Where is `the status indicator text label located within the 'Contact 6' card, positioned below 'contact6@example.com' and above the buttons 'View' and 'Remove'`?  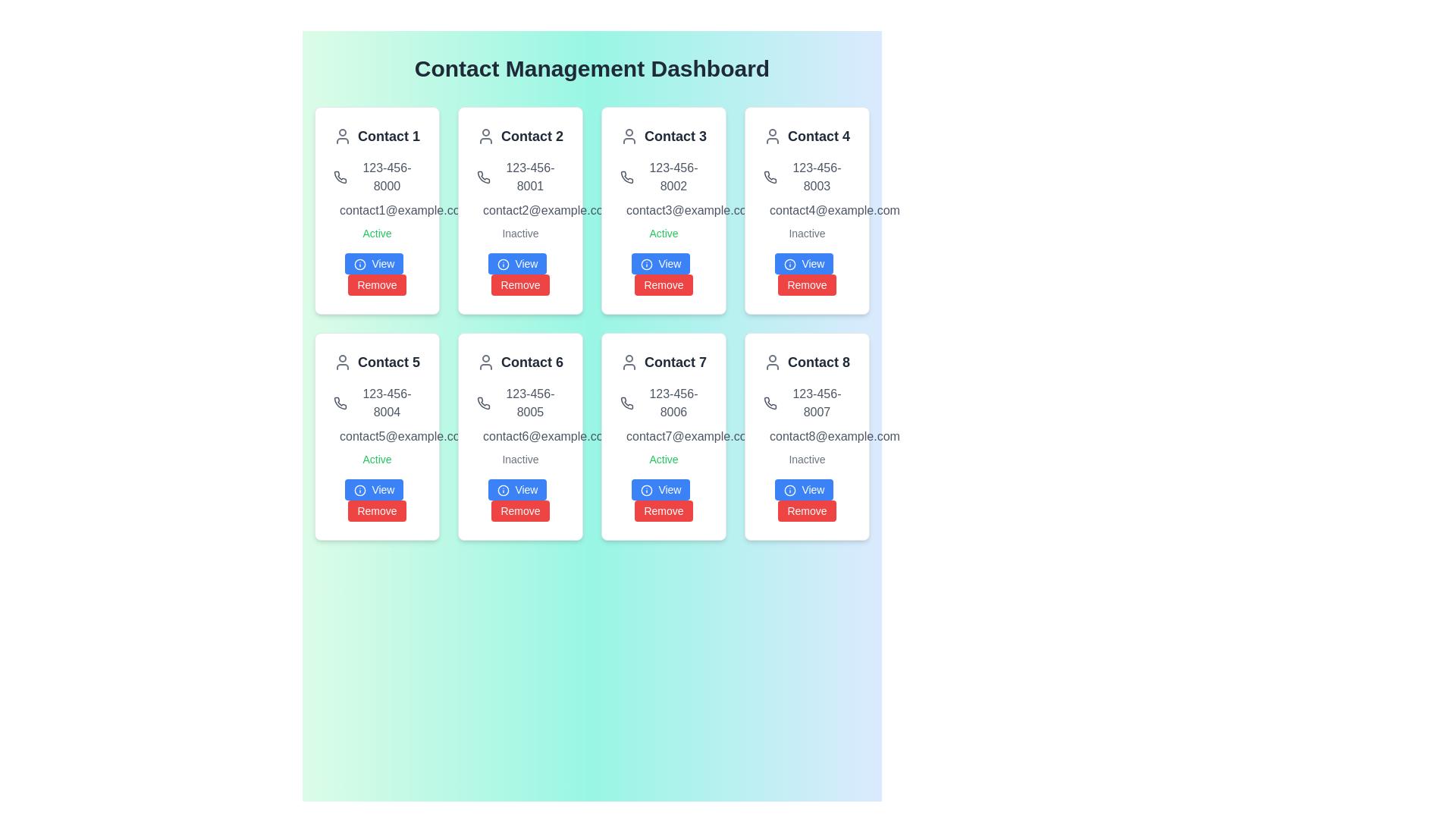
the status indicator text label located within the 'Contact 6' card, positioned below 'contact6@example.com' and above the buttons 'View' and 'Remove' is located at coordinates (520, 458).